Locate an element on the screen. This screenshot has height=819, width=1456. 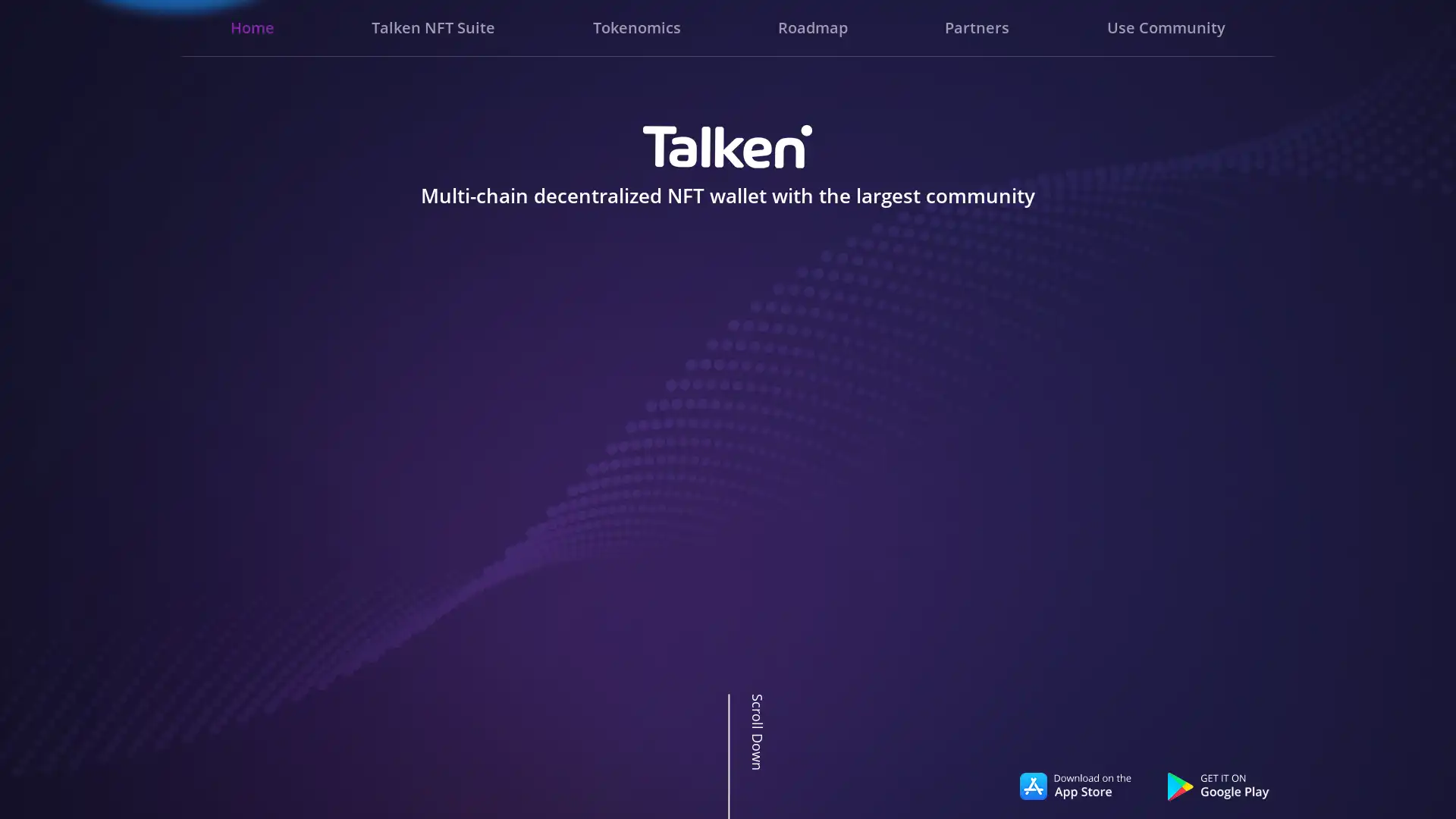
Go to slide 2 is located at coordinates (243, 643).